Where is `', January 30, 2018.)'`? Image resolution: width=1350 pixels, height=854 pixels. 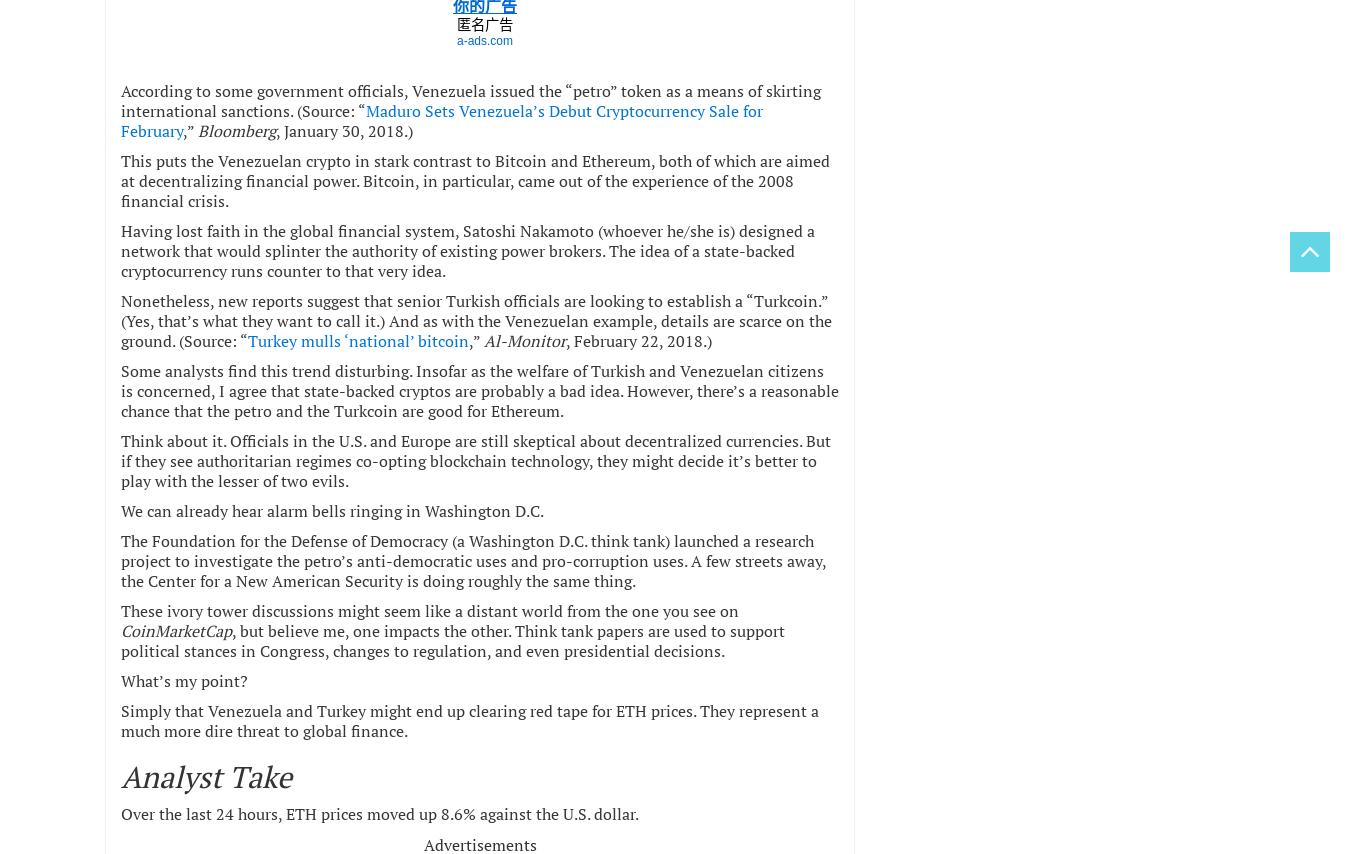 ', January 30, 2018.)' is located at coordinates (344, 128).